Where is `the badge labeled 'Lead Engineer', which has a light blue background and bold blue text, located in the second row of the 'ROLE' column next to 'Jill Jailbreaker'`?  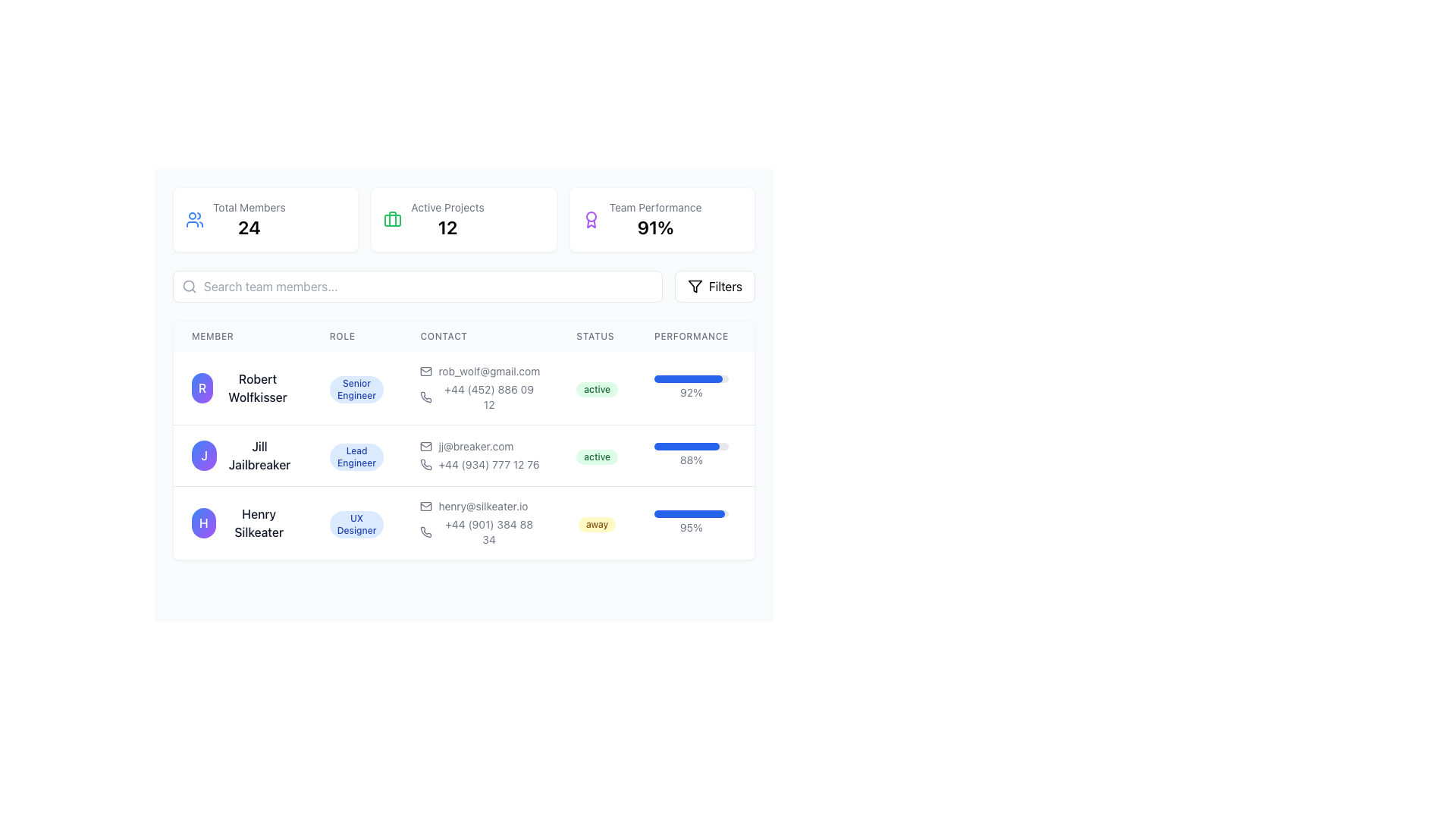
the badge labeled 'Lead Engineer', which has a light blue background and bold blue text, located in the second row of the 'ROLE' column next to 'Jill Jailbreaker' is located at coordinates (356, 456).